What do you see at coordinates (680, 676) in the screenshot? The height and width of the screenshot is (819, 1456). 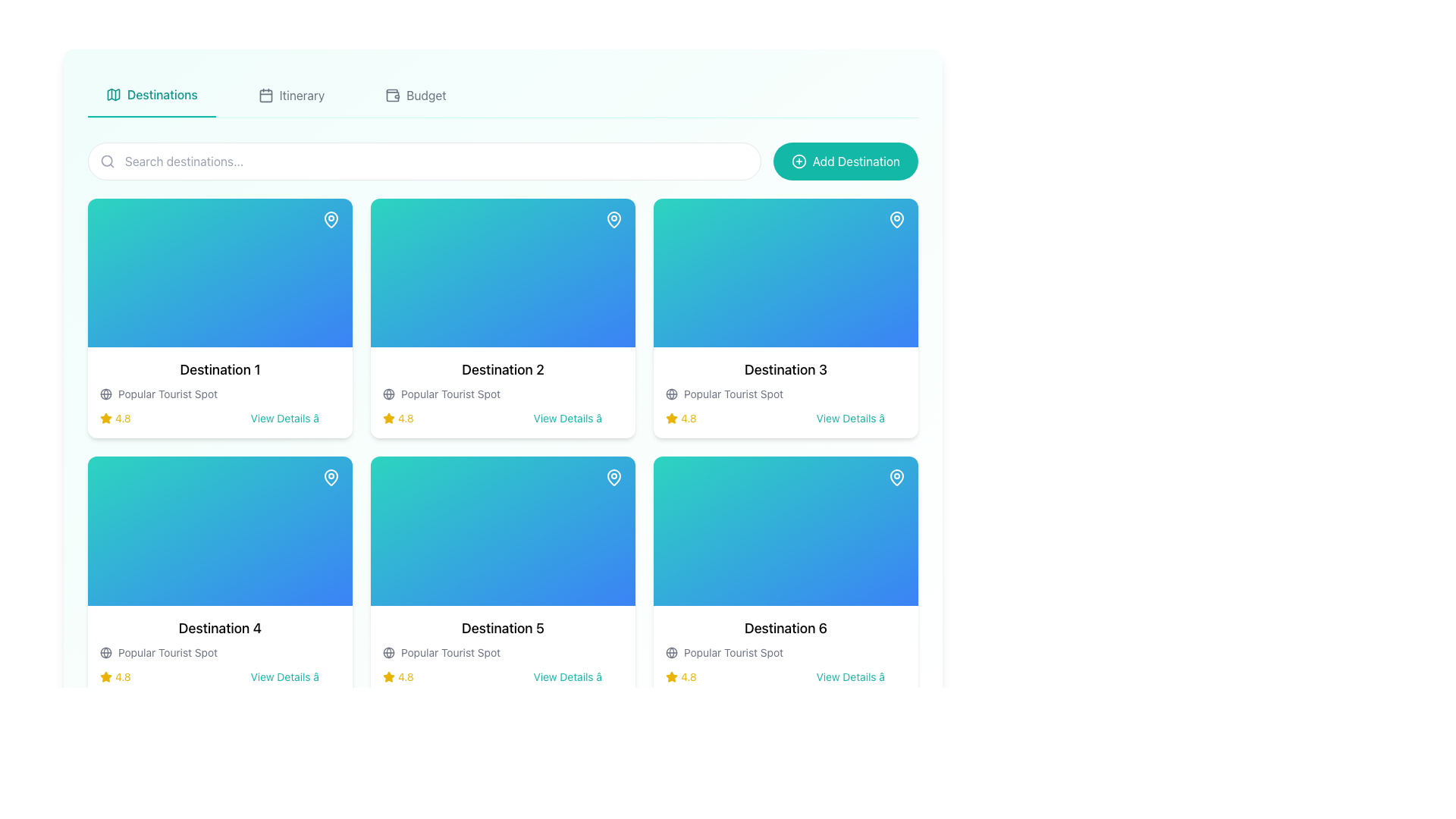 I see `the rating value displayed in the lower-left section of the 'Destination 6' card, located between 'Popular Tourist Spot' and 'View Details â†’'` at bounding box center [680, 676].